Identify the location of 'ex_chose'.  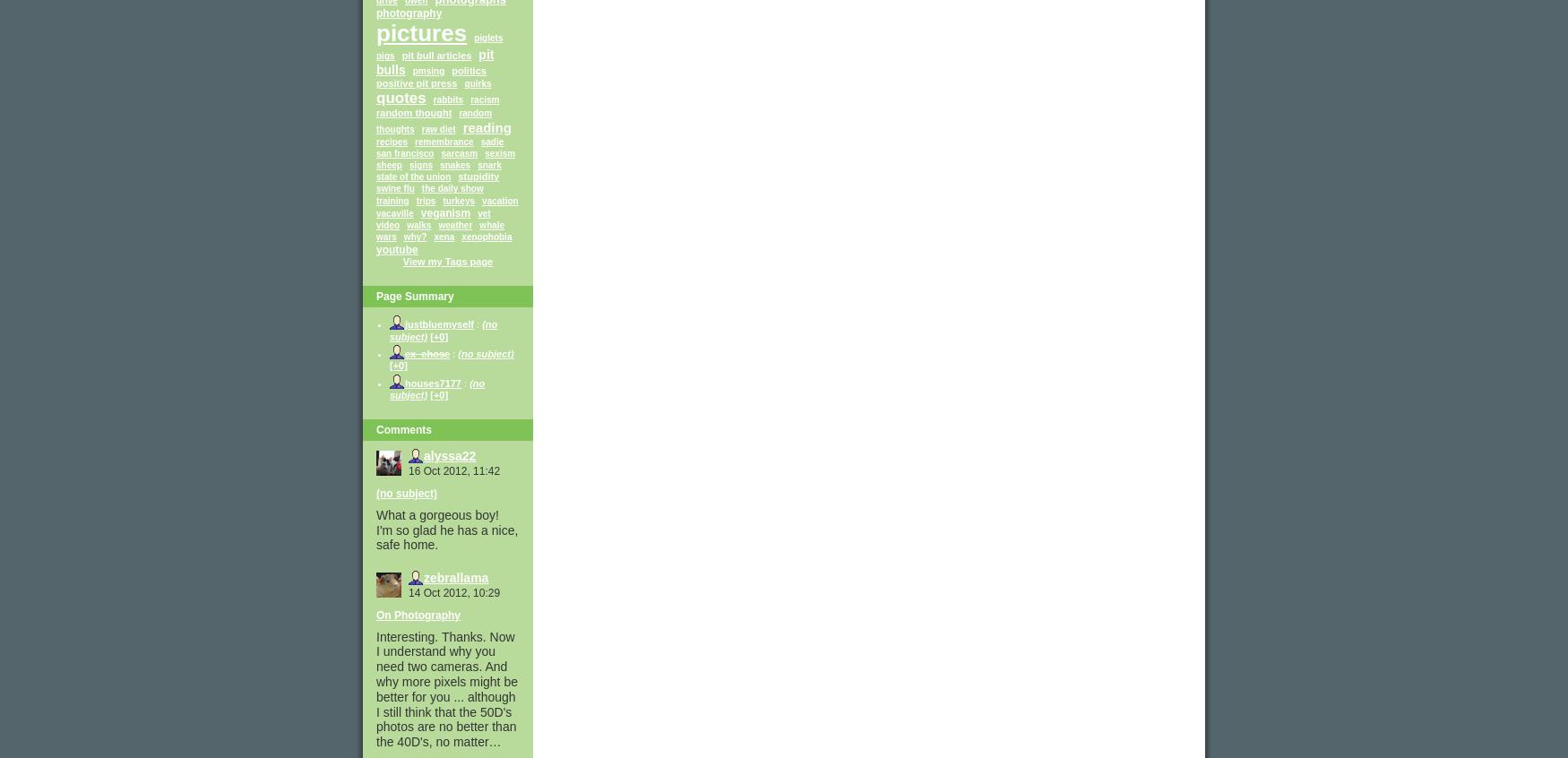
(427, 353).